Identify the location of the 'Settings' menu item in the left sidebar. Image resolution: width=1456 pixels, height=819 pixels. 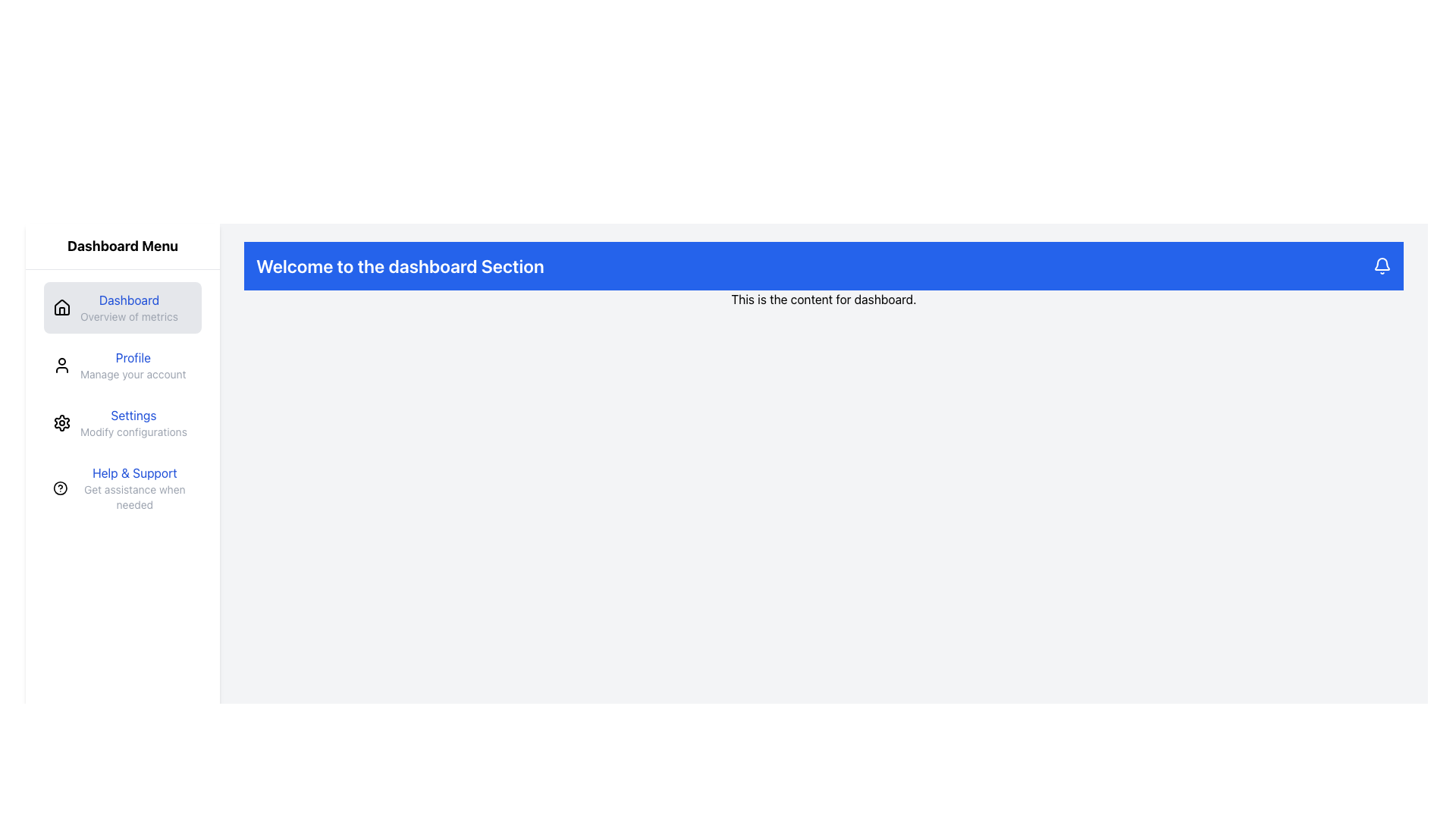
(133, 423).